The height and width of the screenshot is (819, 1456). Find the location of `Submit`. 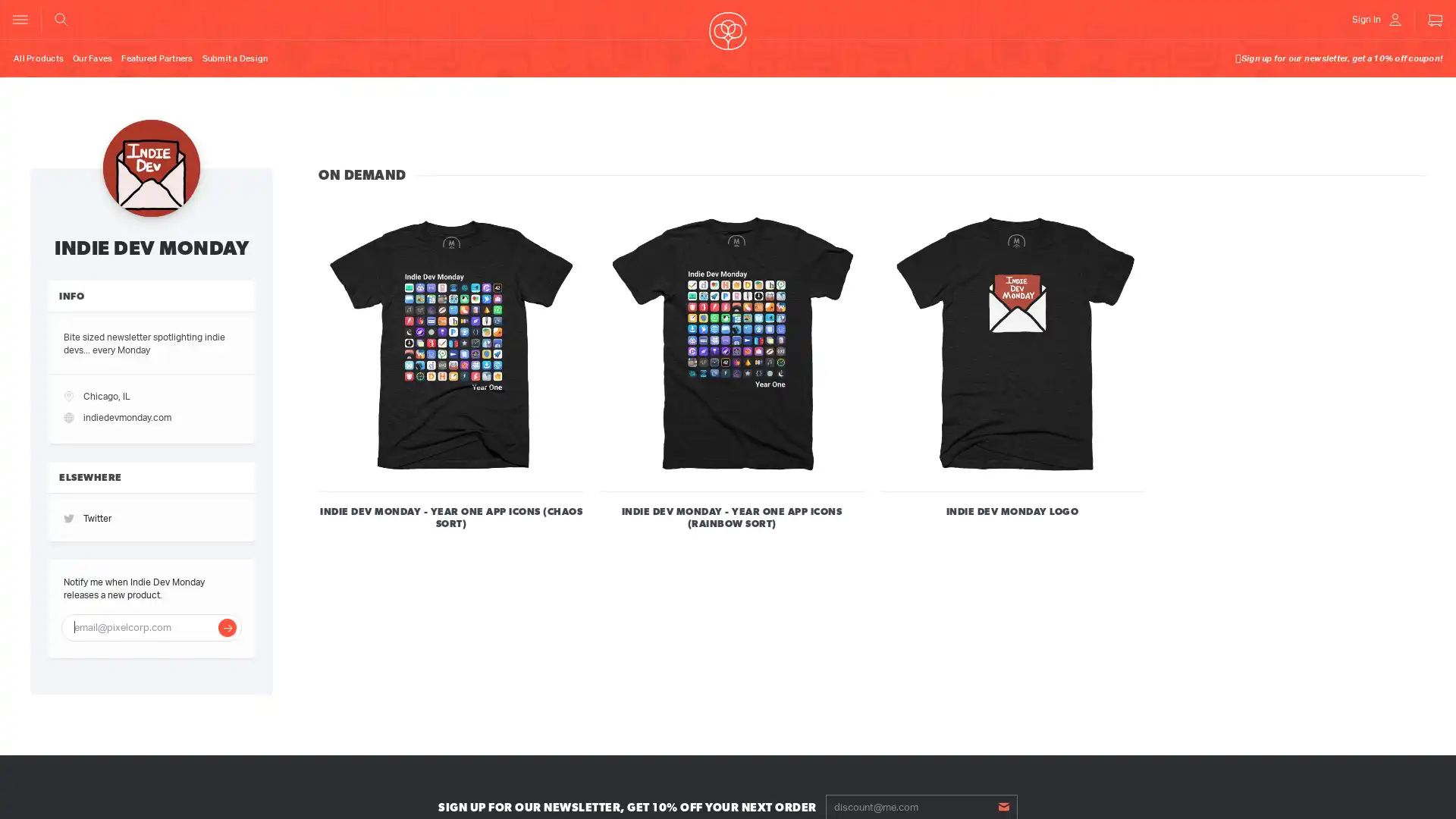

Submit is located at coordinates (1003, 805).